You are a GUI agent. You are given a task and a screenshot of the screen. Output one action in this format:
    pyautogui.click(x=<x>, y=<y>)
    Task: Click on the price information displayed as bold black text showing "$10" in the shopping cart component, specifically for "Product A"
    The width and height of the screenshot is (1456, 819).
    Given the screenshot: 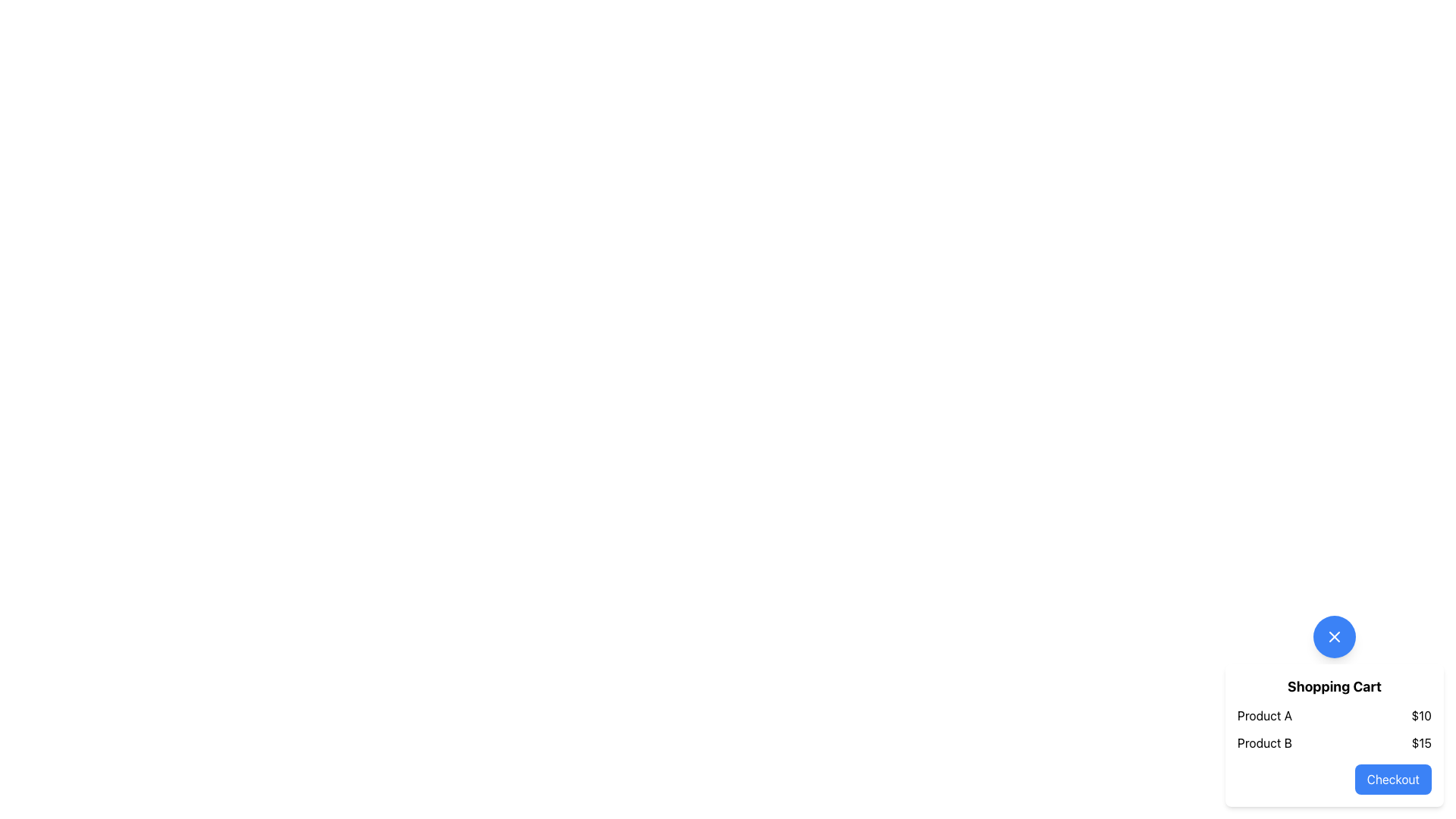 What is the action you would take?
    pyautogui.click(x=1420, y=716)
    